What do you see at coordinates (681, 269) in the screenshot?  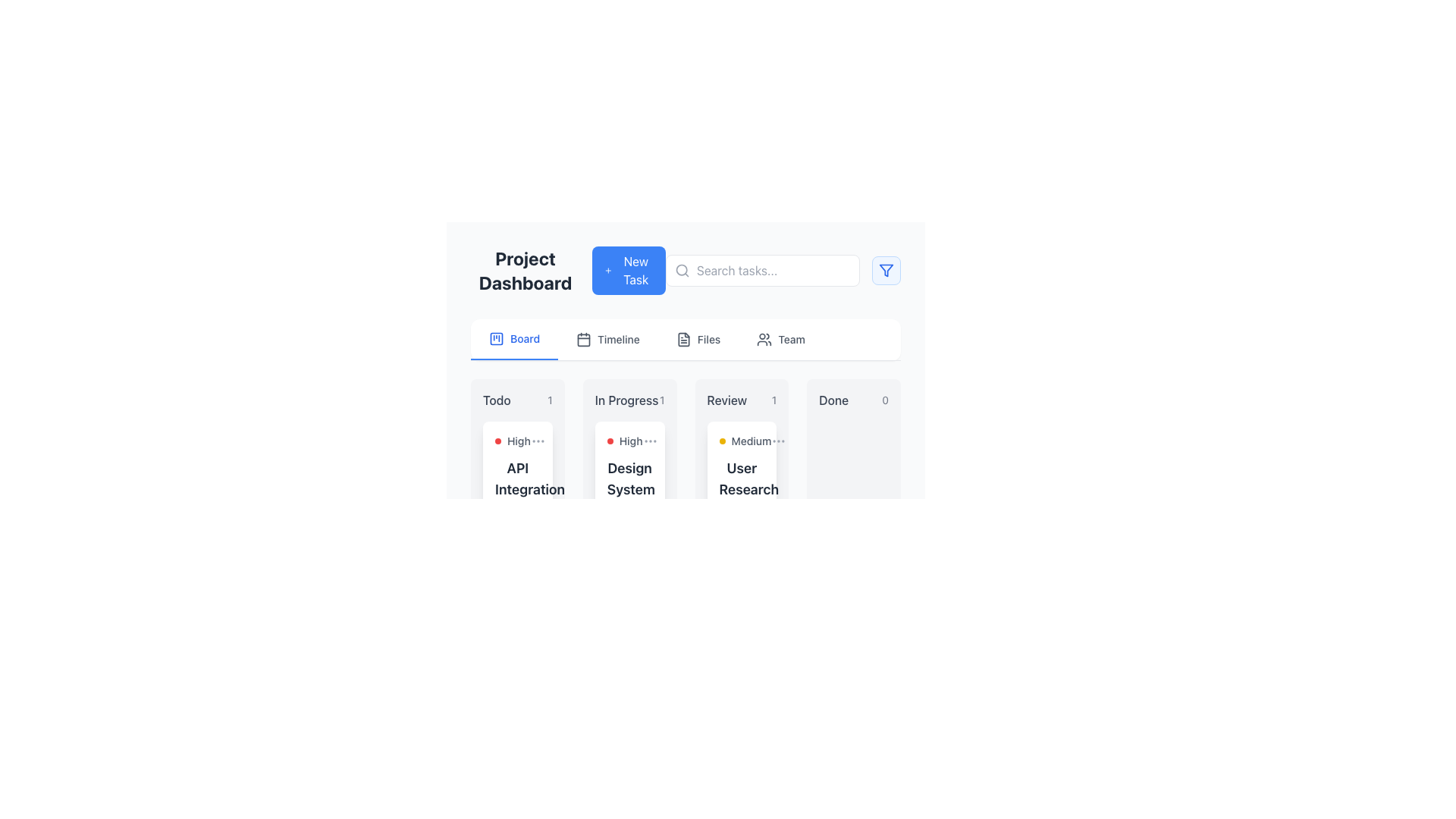 I see `the circular part of the magnifying glass icon, which indicates the search functionality, positioned on the left side of the search bar` at bounding box center [681, 269].